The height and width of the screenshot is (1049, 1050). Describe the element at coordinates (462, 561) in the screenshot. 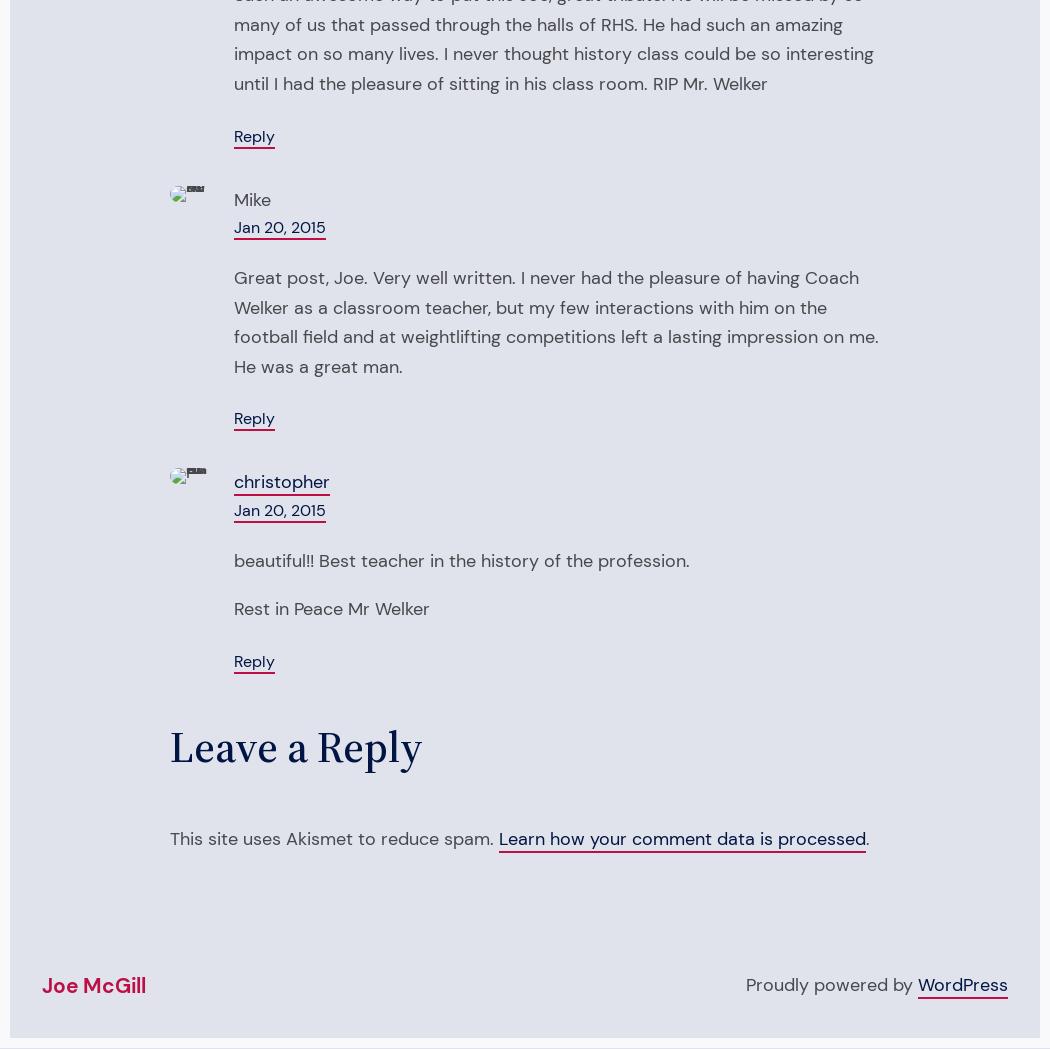

I see `'beautiful!! Best teacher in the history of the profession.'` at that location.